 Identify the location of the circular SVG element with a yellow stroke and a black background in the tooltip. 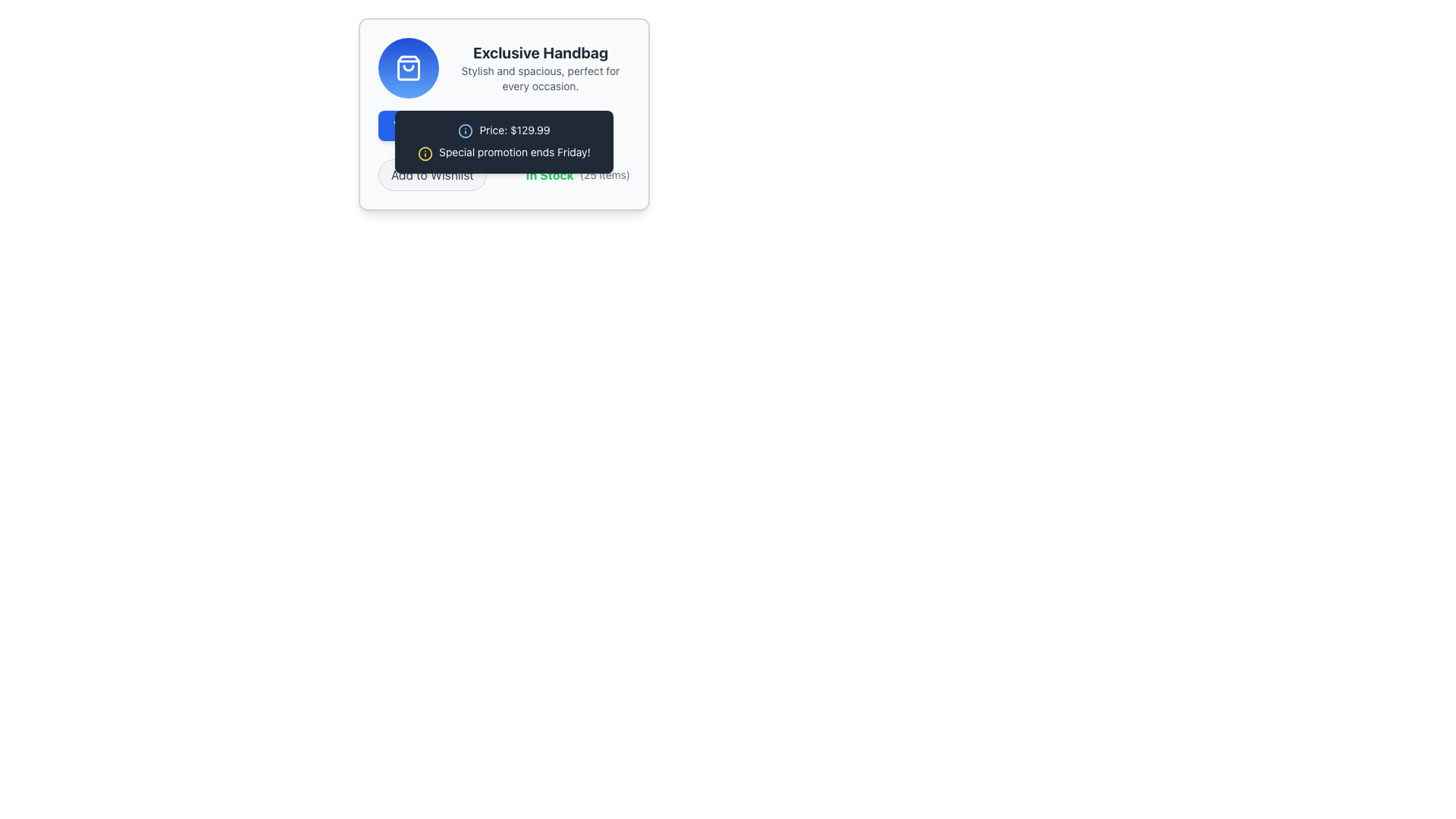
(425, 153).